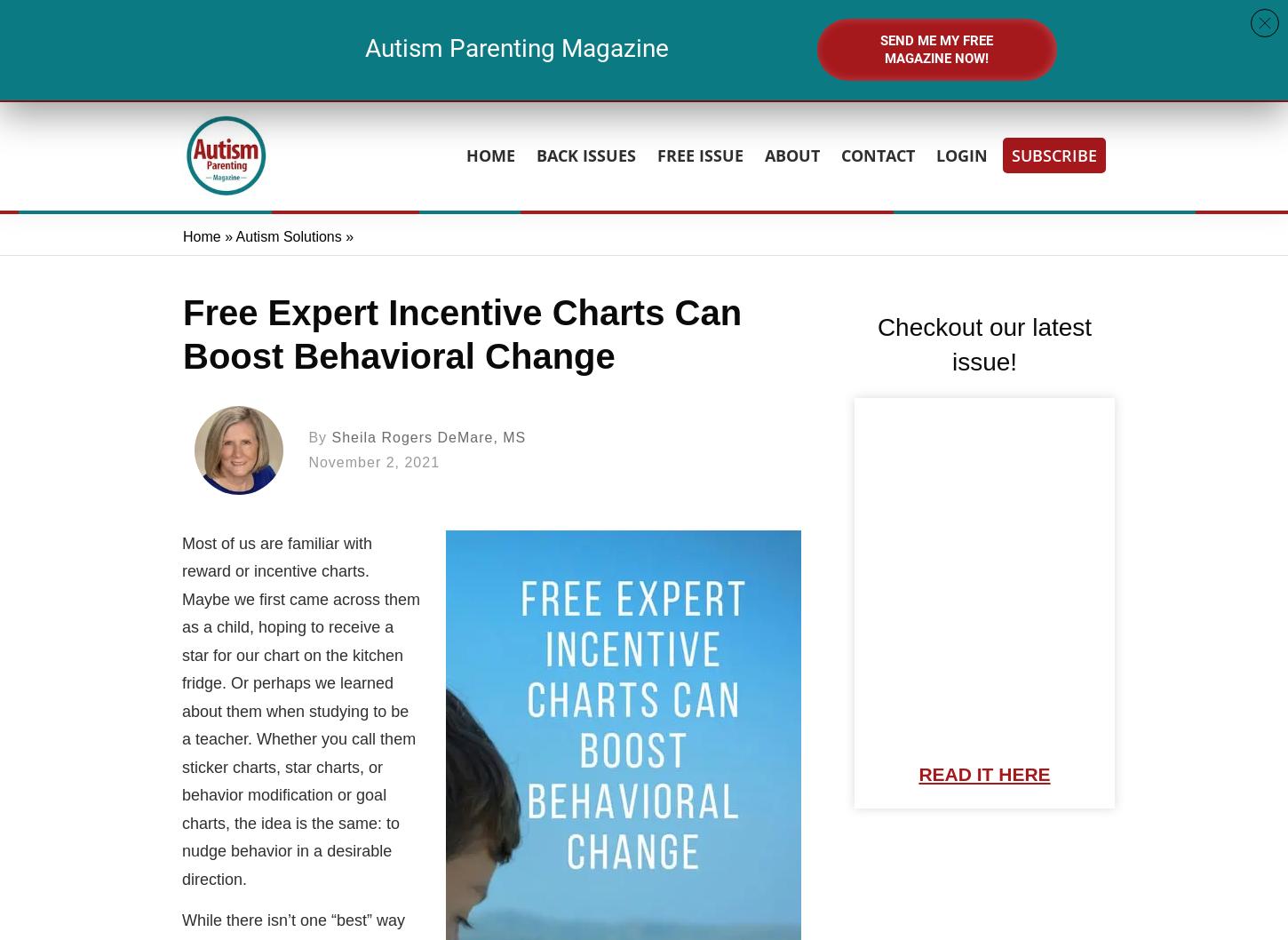 The image size is (1288, 940). Describe the element at coordinates (547, 71) in the screenshot. I see `'Days'` at that location.